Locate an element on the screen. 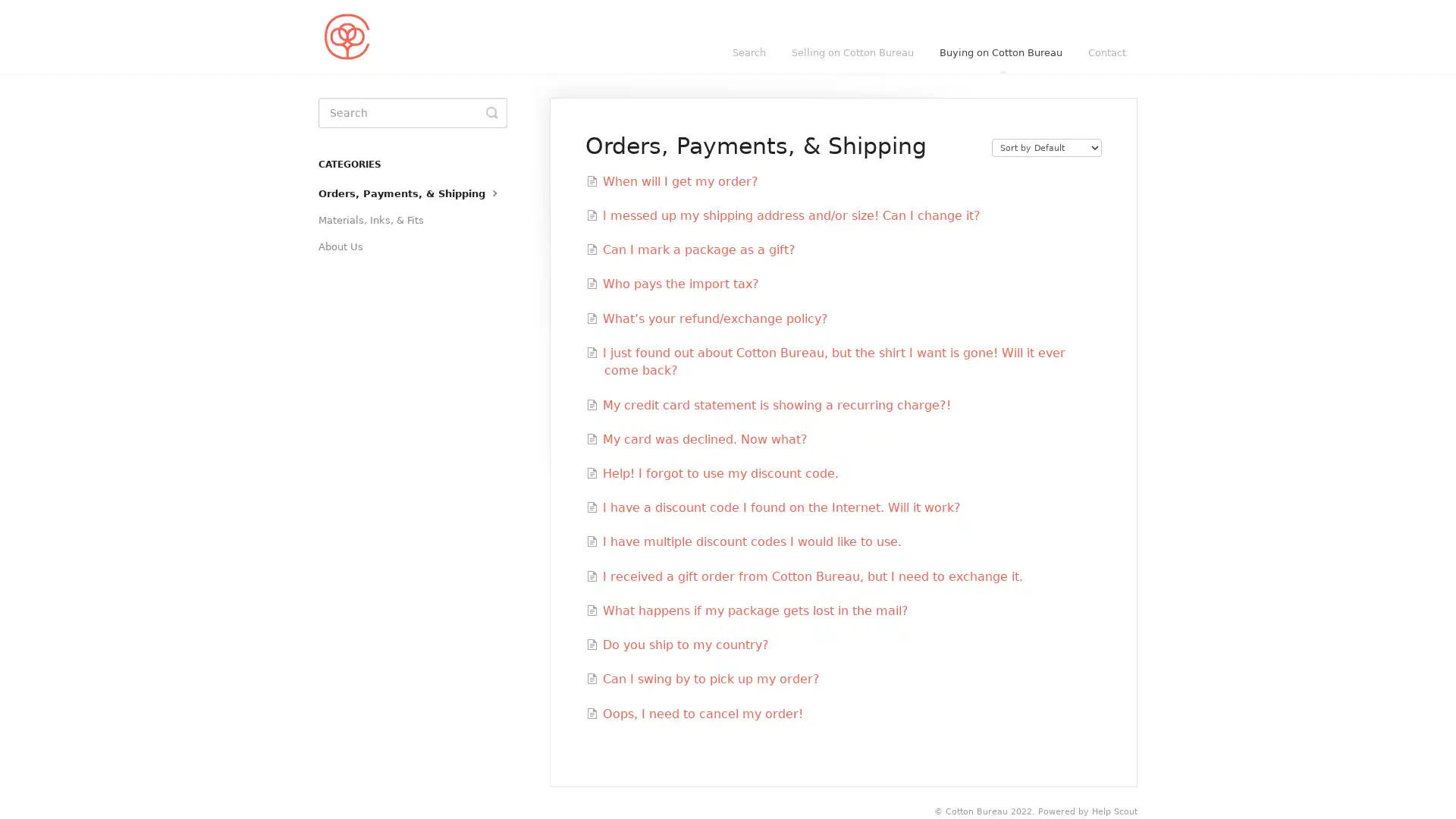 This screenshot has height=819, width=1456. Toggle Search is located at coordinates (491, 112).